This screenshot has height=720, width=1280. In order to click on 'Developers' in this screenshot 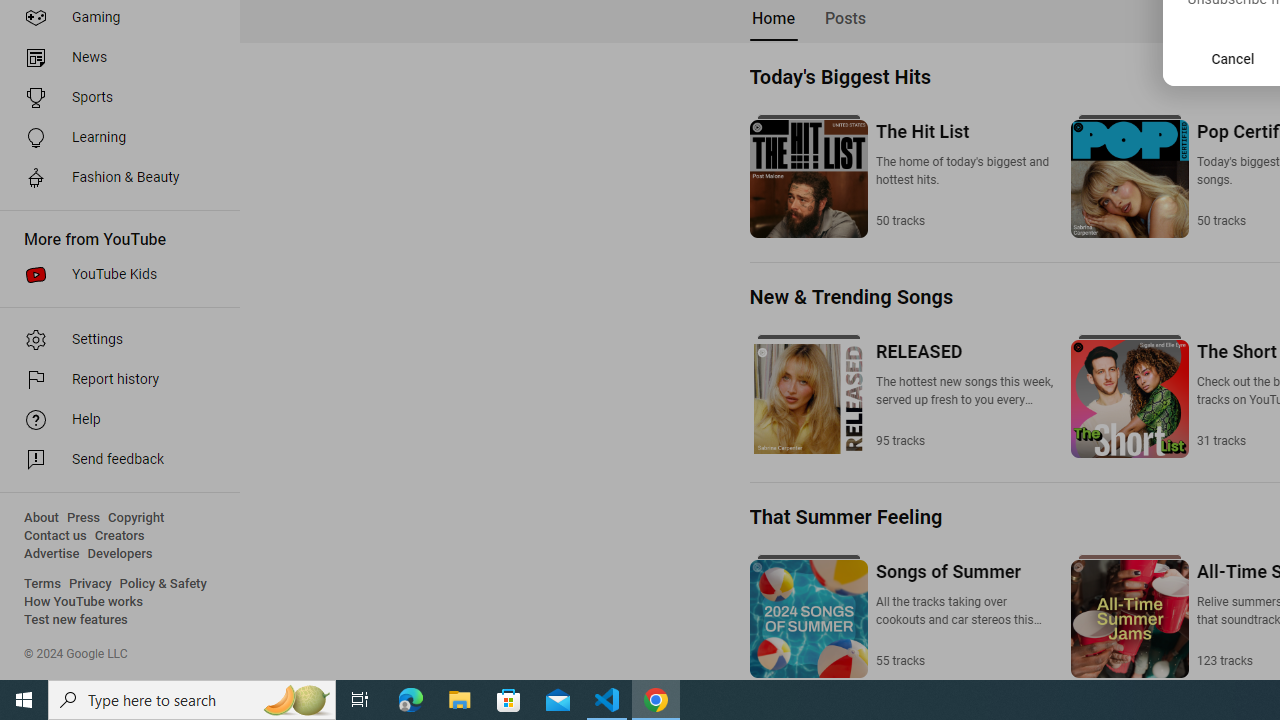, I will do `click(119, 554)`.